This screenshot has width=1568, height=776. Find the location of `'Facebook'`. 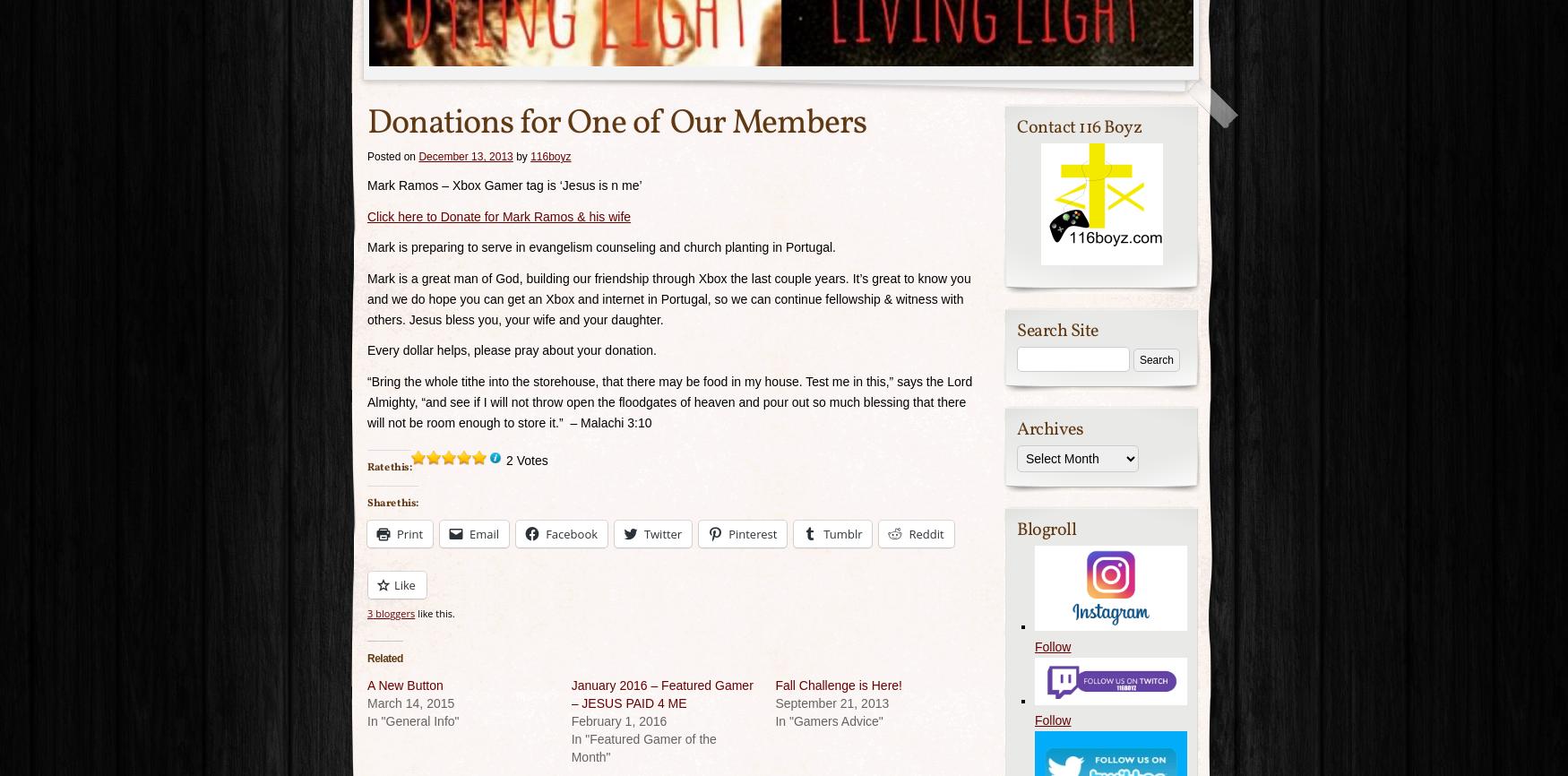

'Facebook' is located at coordinates (571, 533).